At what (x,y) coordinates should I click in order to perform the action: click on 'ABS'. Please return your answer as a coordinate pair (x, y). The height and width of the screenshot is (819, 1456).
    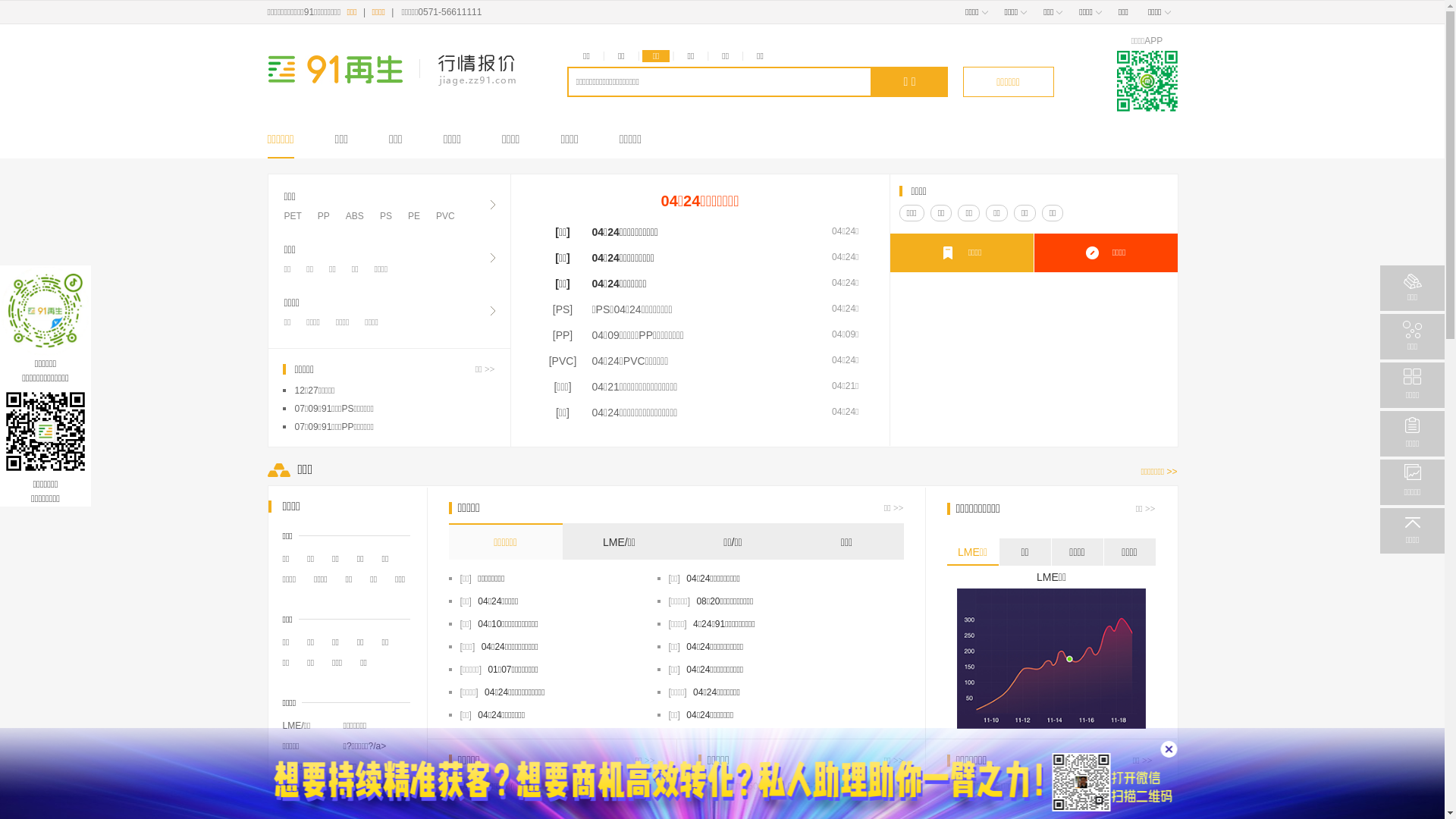
    Looking at the image, I should click on (353, 216).